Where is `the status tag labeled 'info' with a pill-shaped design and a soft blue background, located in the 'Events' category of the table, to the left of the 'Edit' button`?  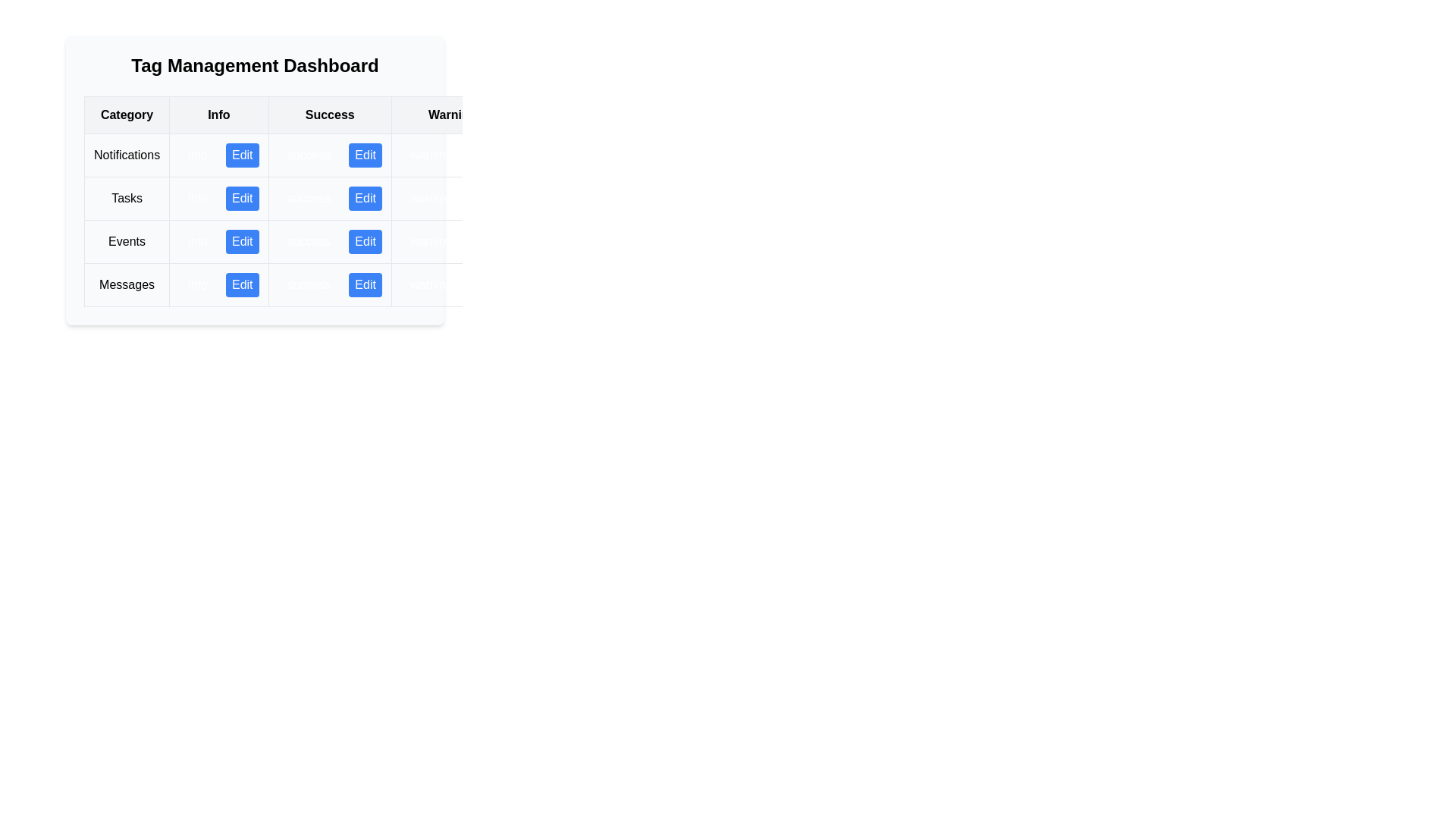
the status tag labeled 'info' with a pill-shaped design and a soft blue background, located in the 'Events' category of the table, to the left of the 'Edit' button is located at coordinates (197, 241).